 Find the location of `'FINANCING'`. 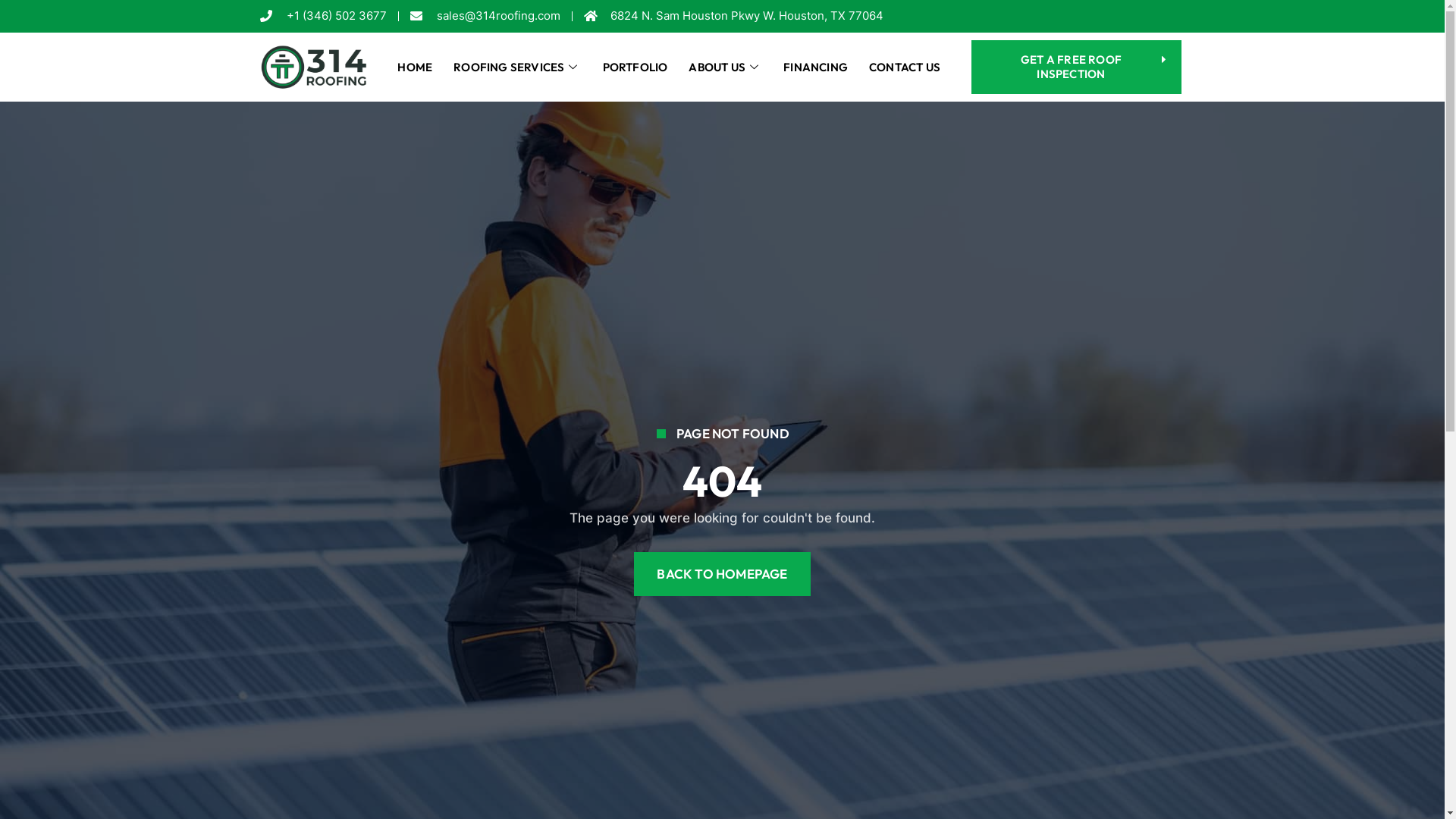

'FINANCING' is located at coordinates (814, 66).